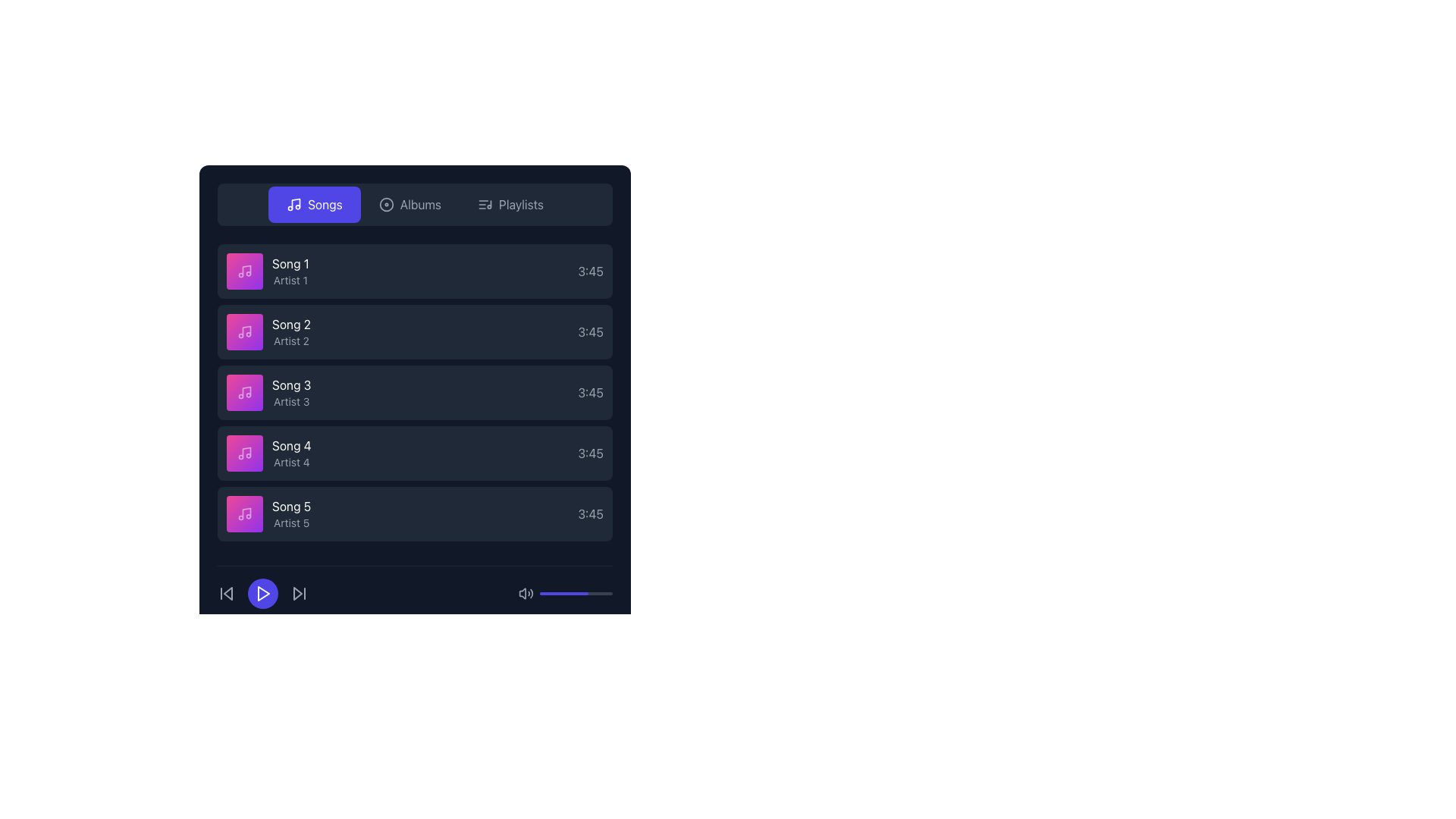  I want to click on on the progress bar located in the lower right section of the interface, so click(575, 593).